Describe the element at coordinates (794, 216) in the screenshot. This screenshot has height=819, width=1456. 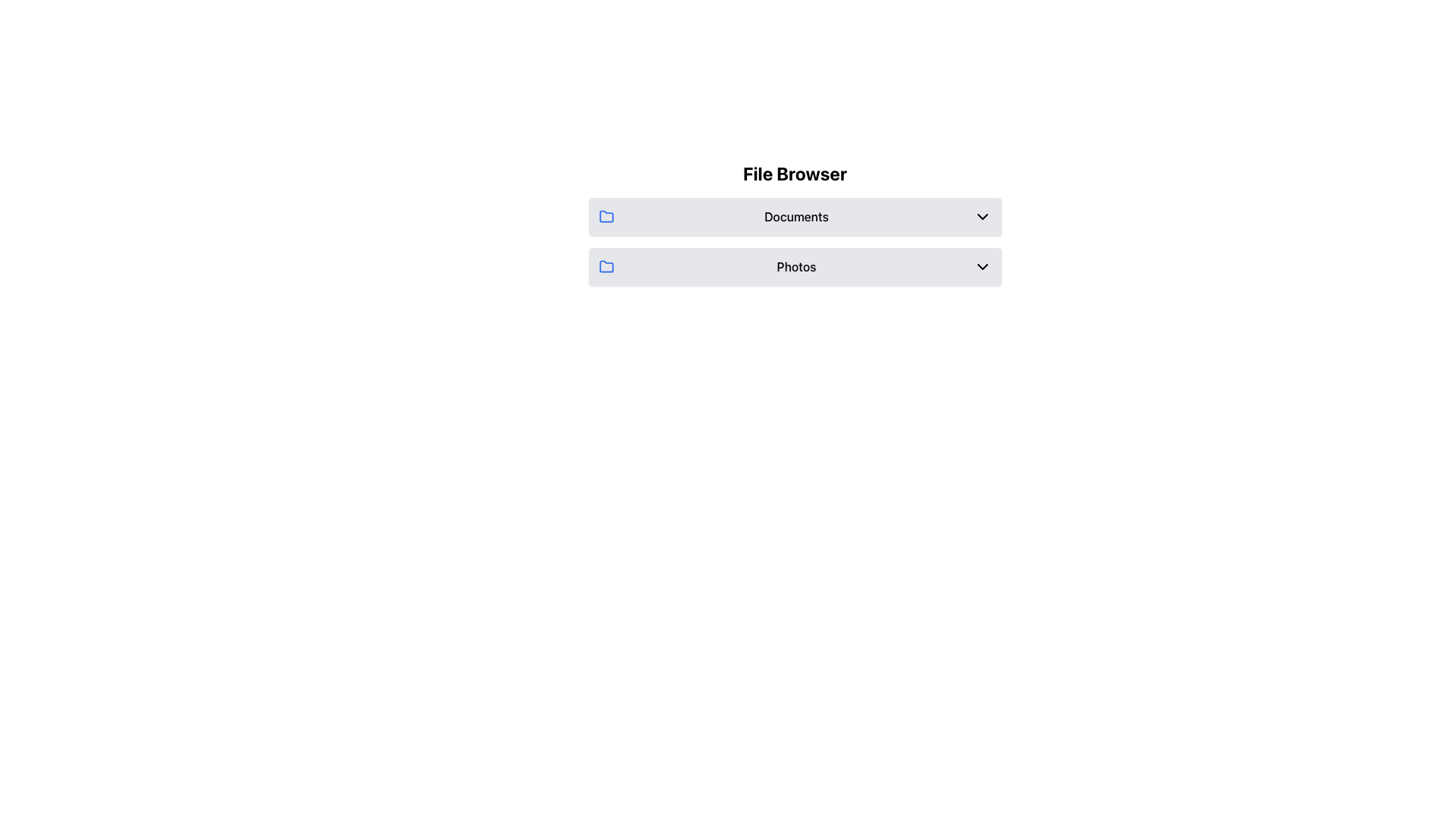
I see `the 'Documents' folder entry` at that location.